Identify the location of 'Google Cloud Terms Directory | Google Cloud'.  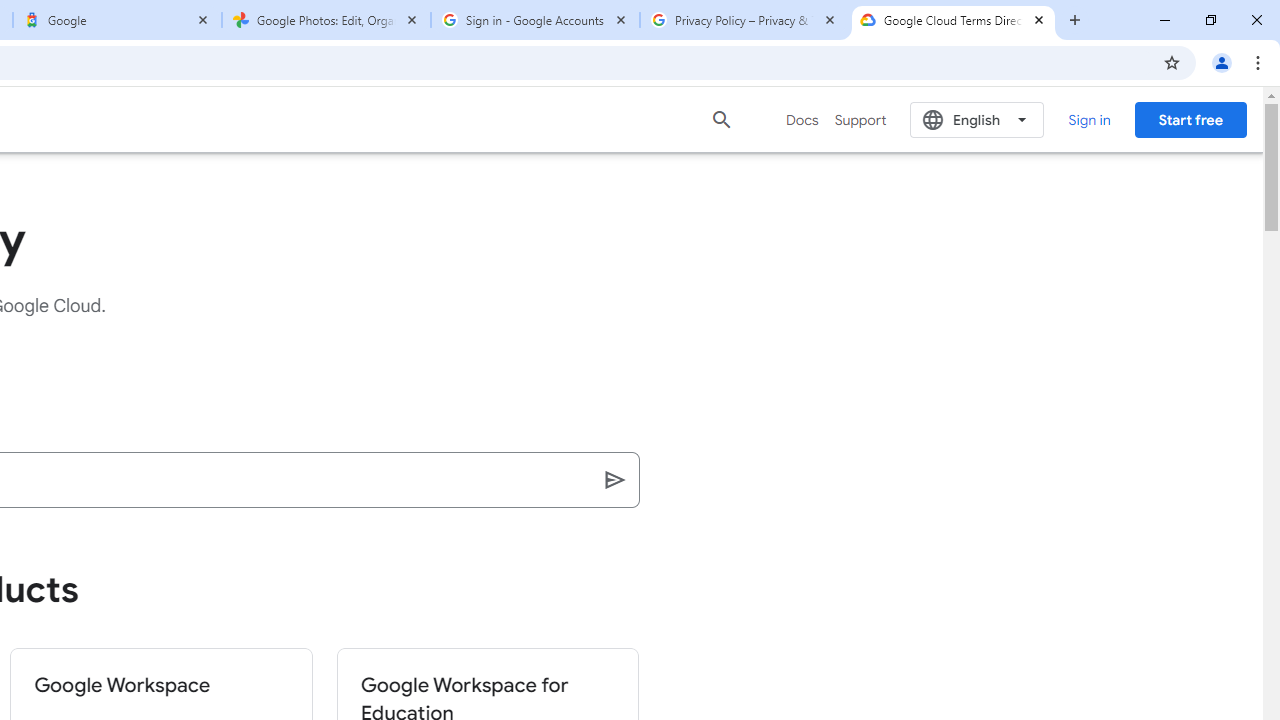
(952, 20).